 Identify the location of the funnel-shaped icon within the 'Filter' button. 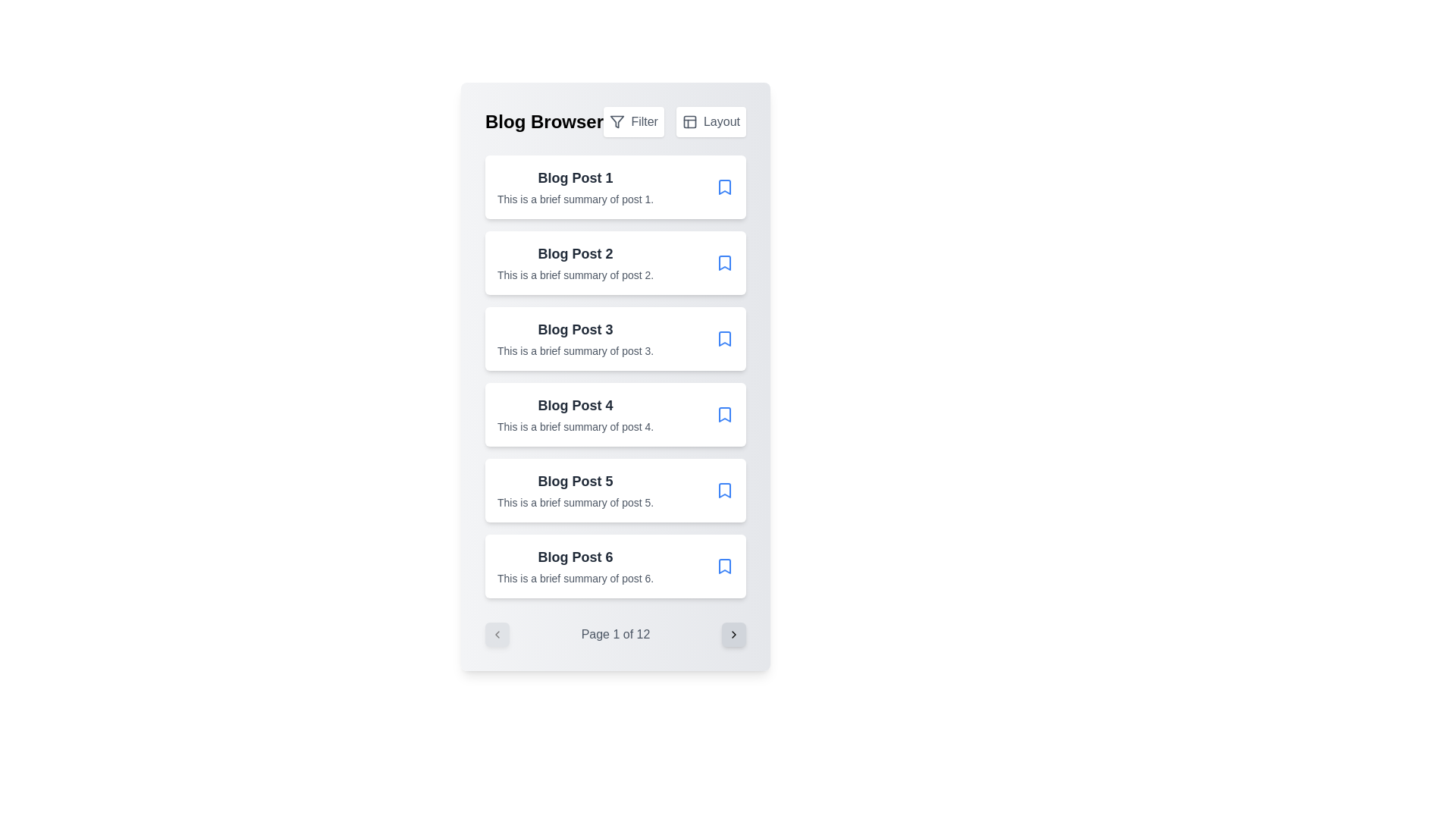
(617, 121).